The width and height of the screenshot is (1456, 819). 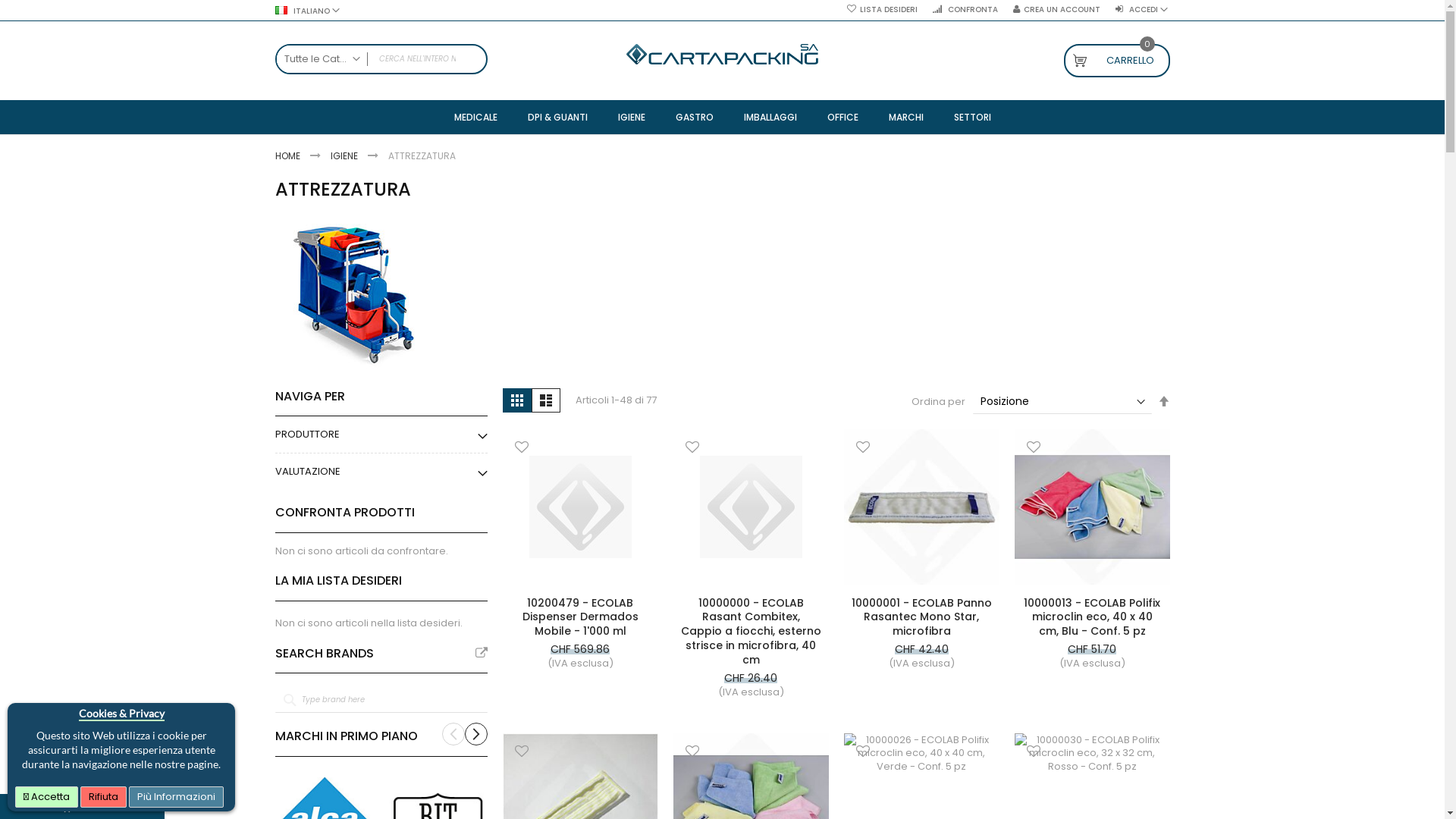 I want to click on 'CARRELLO, so click(x=1062, y=60).